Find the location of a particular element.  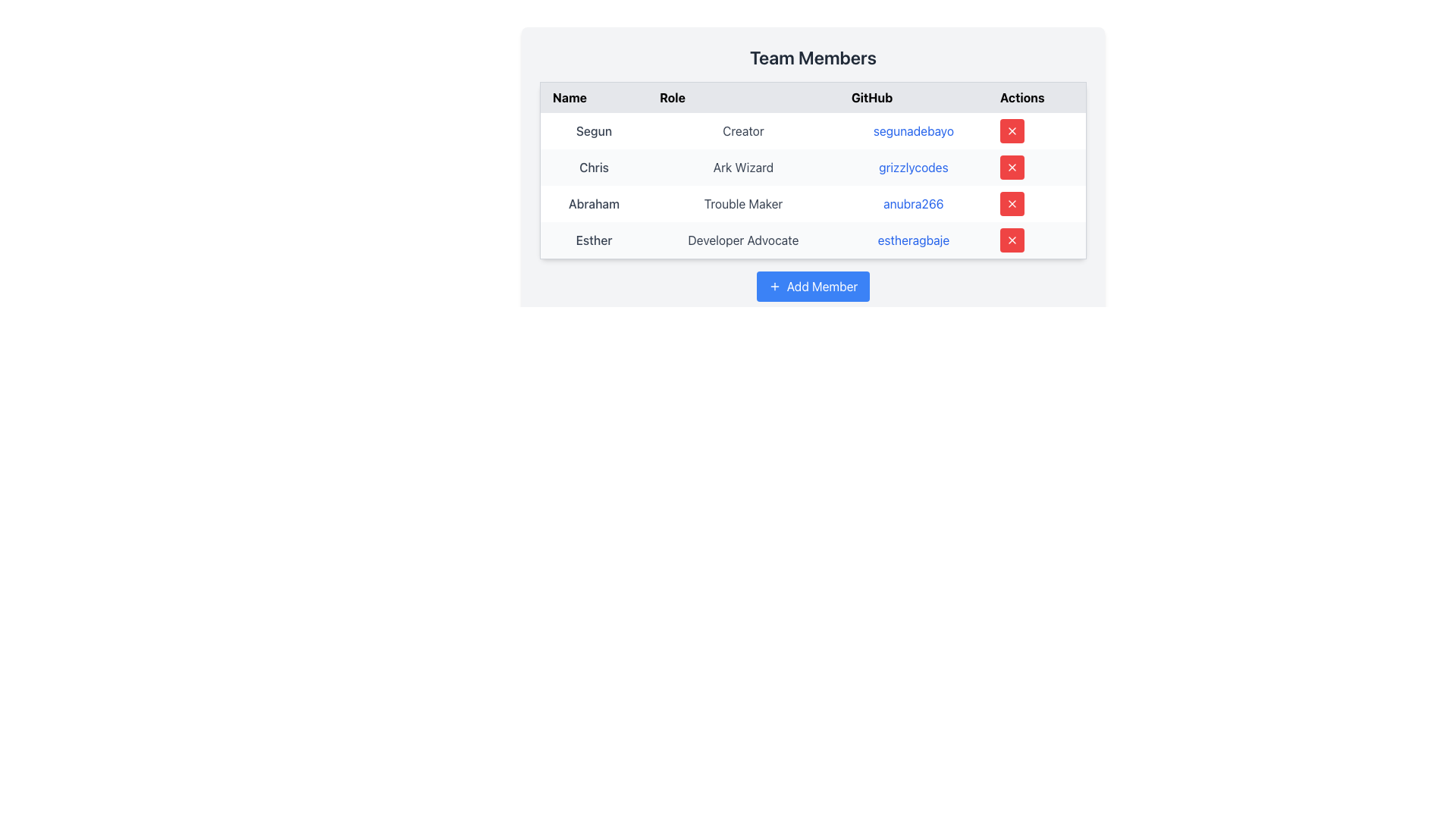

the text label reading 'Segun' in the first column of the first row in the 'Team Members' section of the table is located at coordinates (593, 130).